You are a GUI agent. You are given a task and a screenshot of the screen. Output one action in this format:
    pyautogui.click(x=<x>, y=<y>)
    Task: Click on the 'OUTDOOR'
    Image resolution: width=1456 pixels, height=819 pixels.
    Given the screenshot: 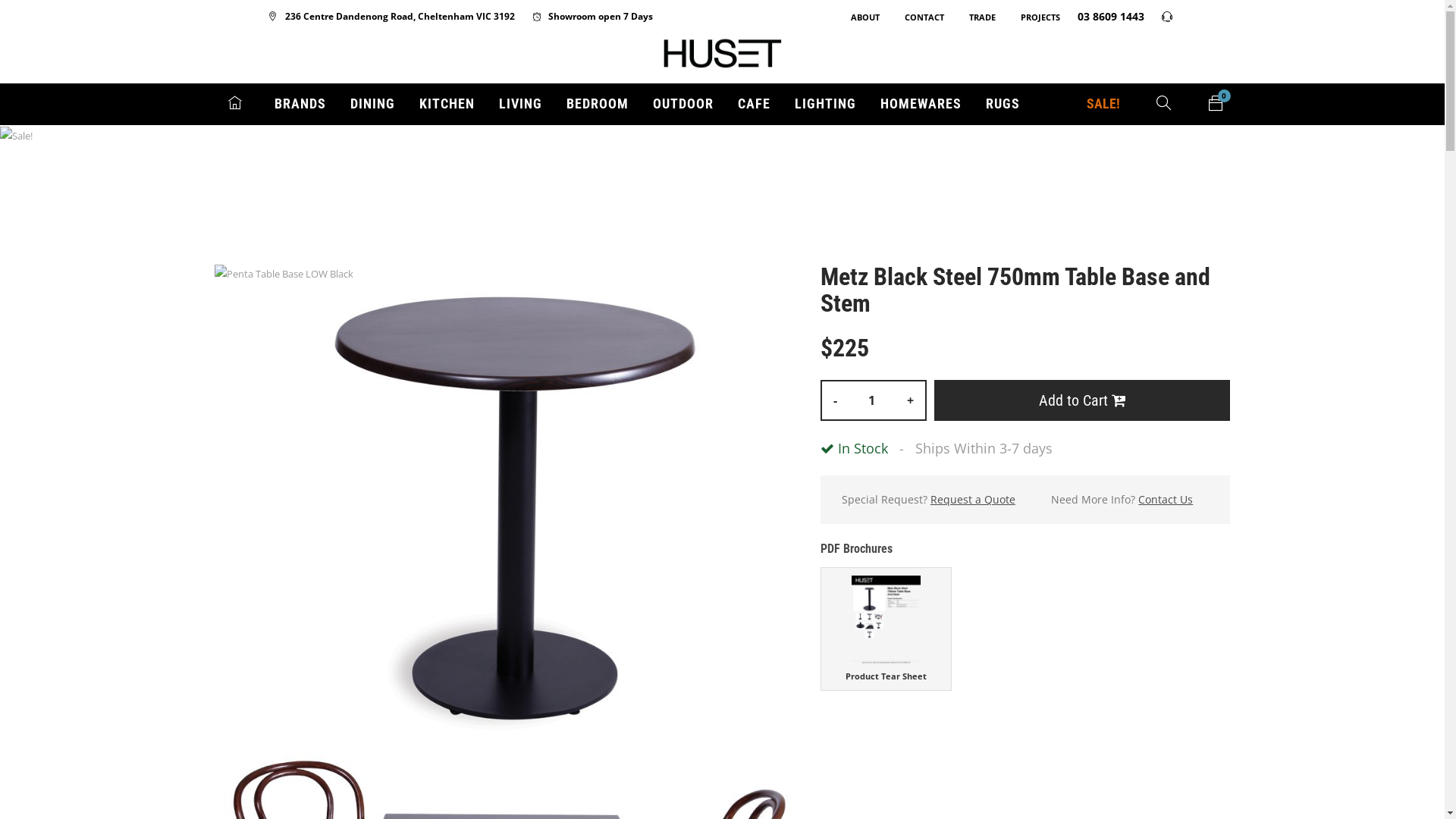 What is the action you would take?
    pyautogui.click(x=682, y=103)
    